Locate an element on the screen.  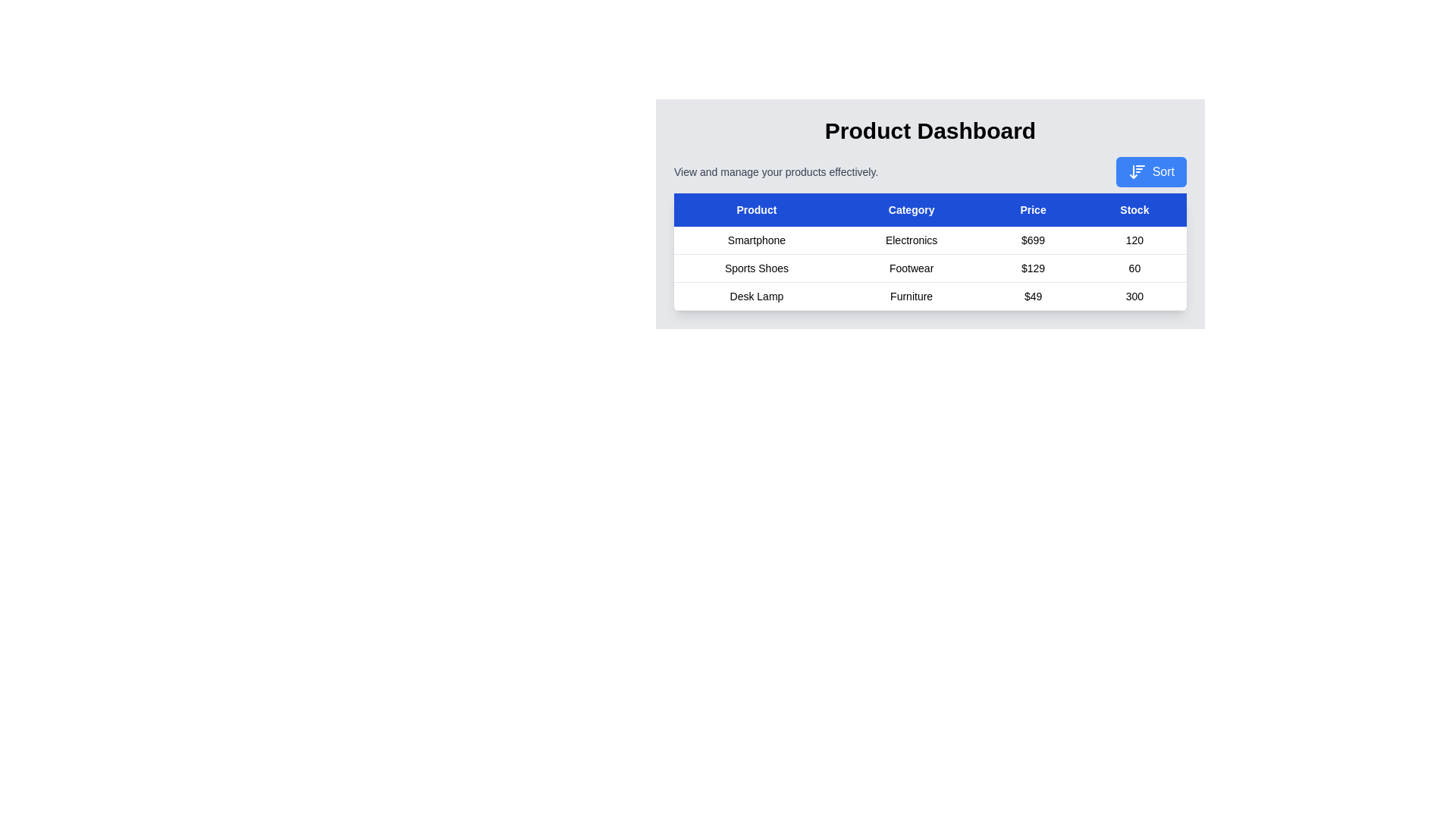
the Price table header to sort the table by that column is located at coordinates (1032, 210).